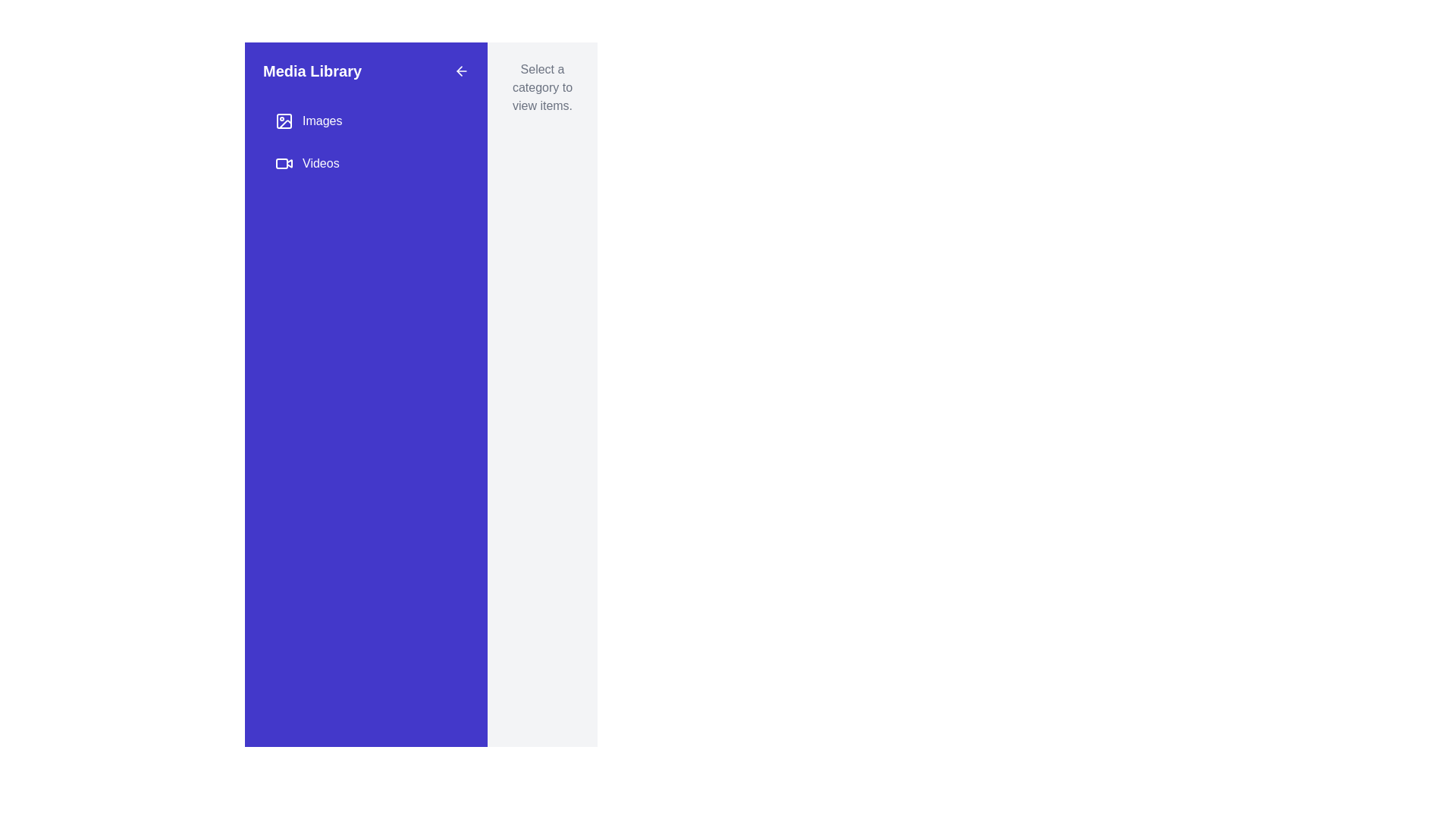 The image size is (1456, 819). I want to click on the grouped menu navigation element containing 'Images' and 'Videos' options, so click(366, 143).